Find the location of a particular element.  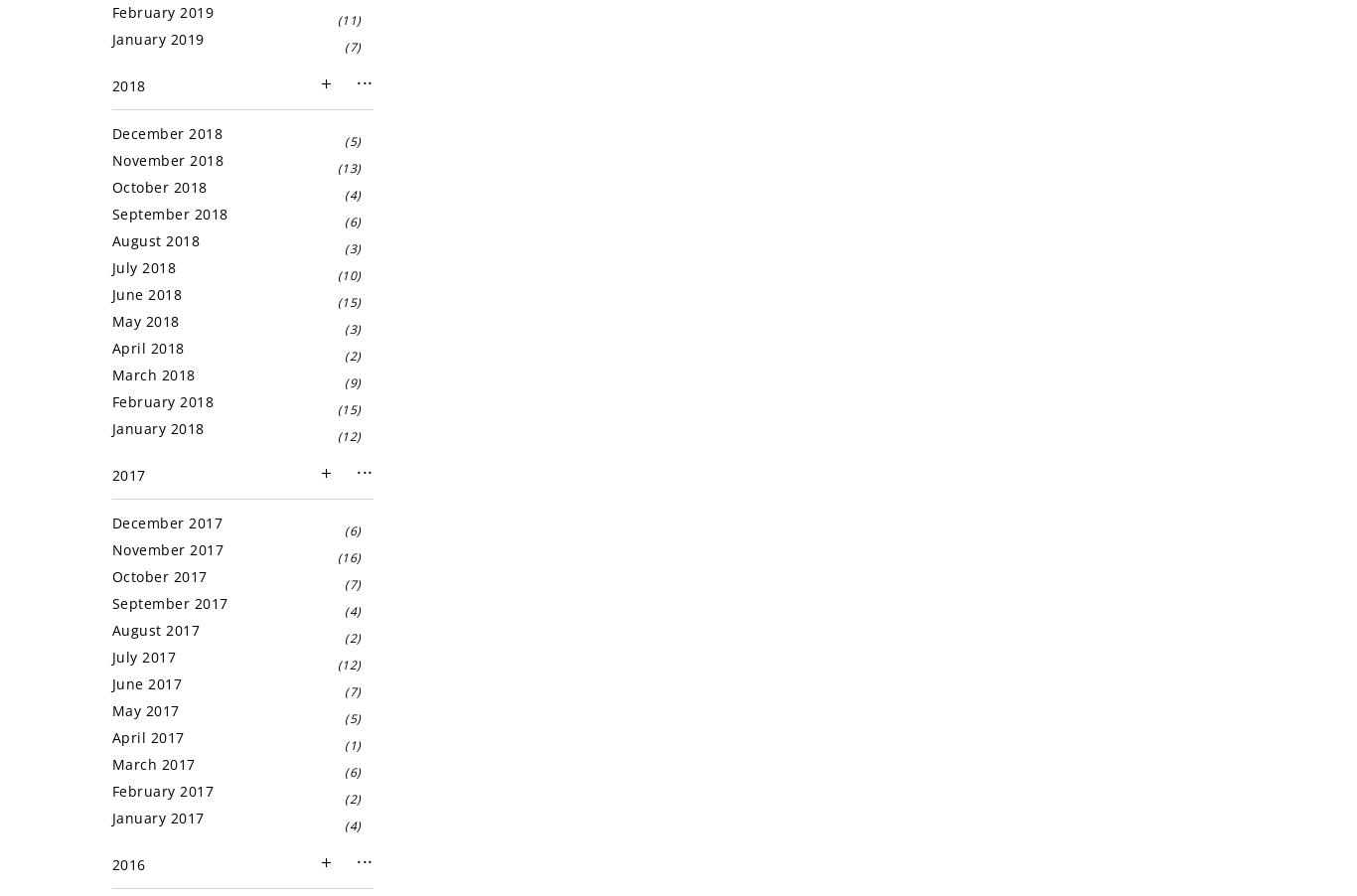

'August 2017' is located at coordinates (111, 629).